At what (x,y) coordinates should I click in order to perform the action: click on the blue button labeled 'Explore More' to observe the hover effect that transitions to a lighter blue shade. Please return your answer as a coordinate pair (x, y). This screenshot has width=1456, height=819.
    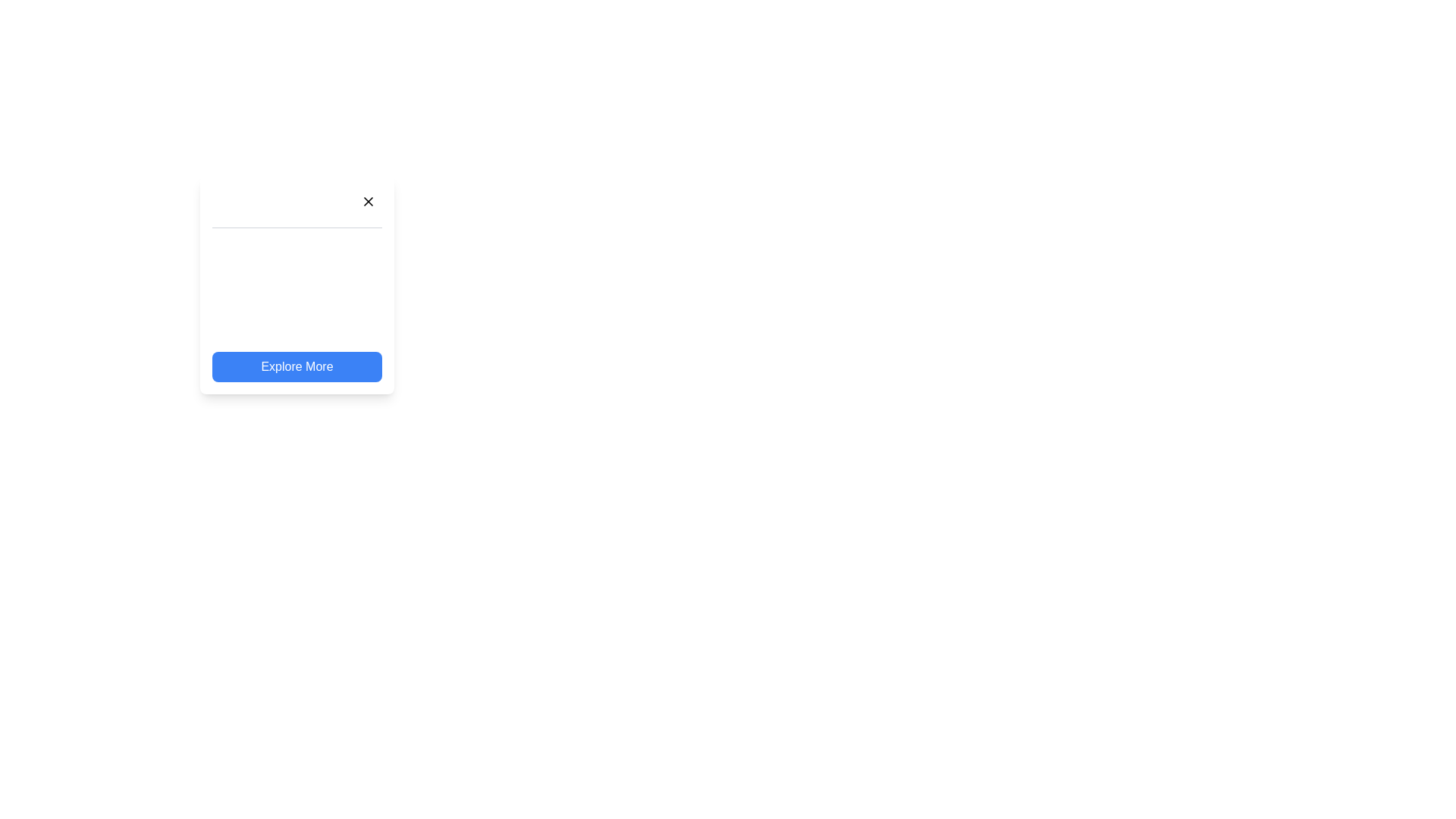
    Looking at the image, I should click on (297, 366).